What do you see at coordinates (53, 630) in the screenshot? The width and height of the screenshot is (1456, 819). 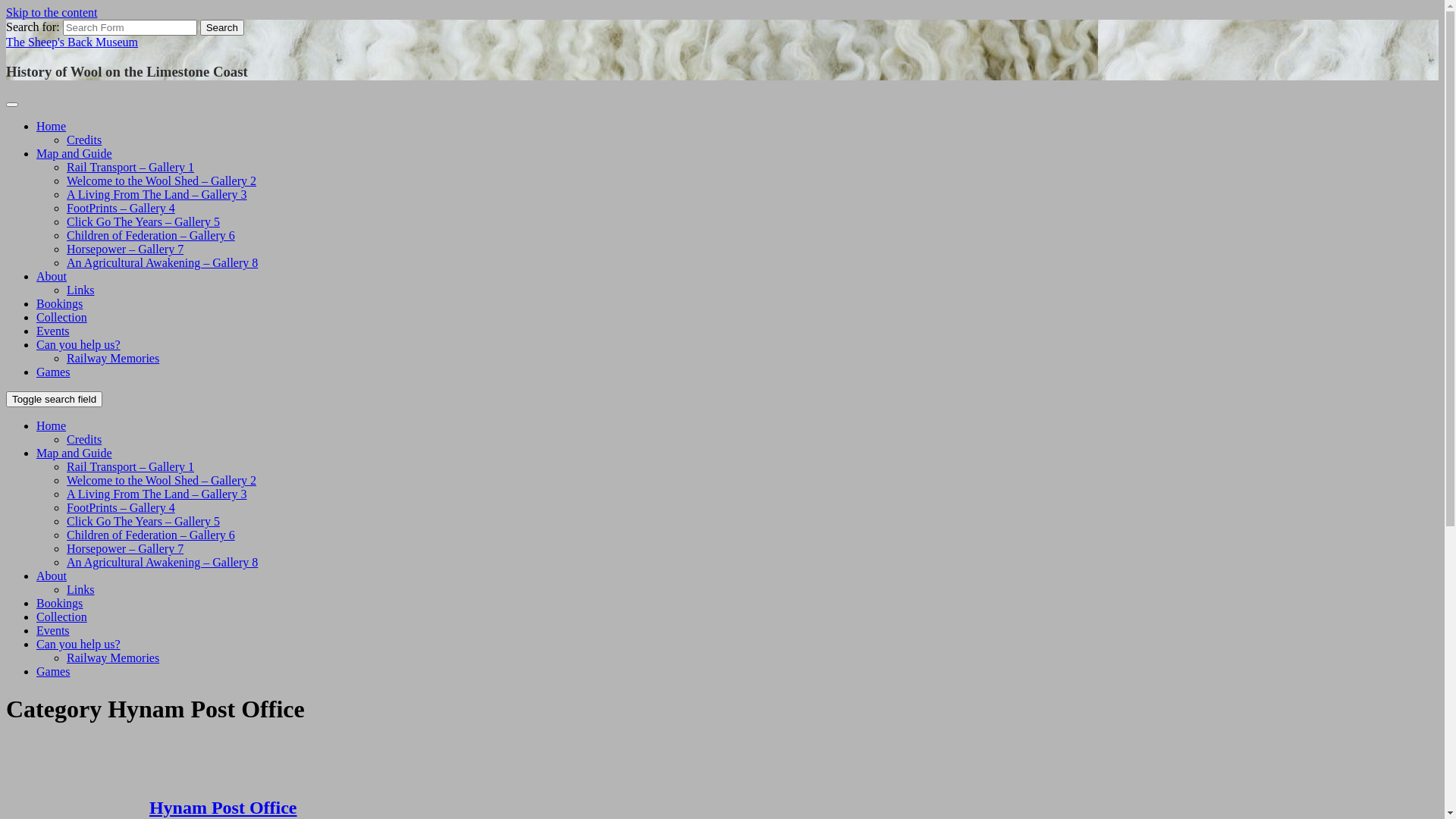 I see `'Events'` at bounding box center [53, 630].